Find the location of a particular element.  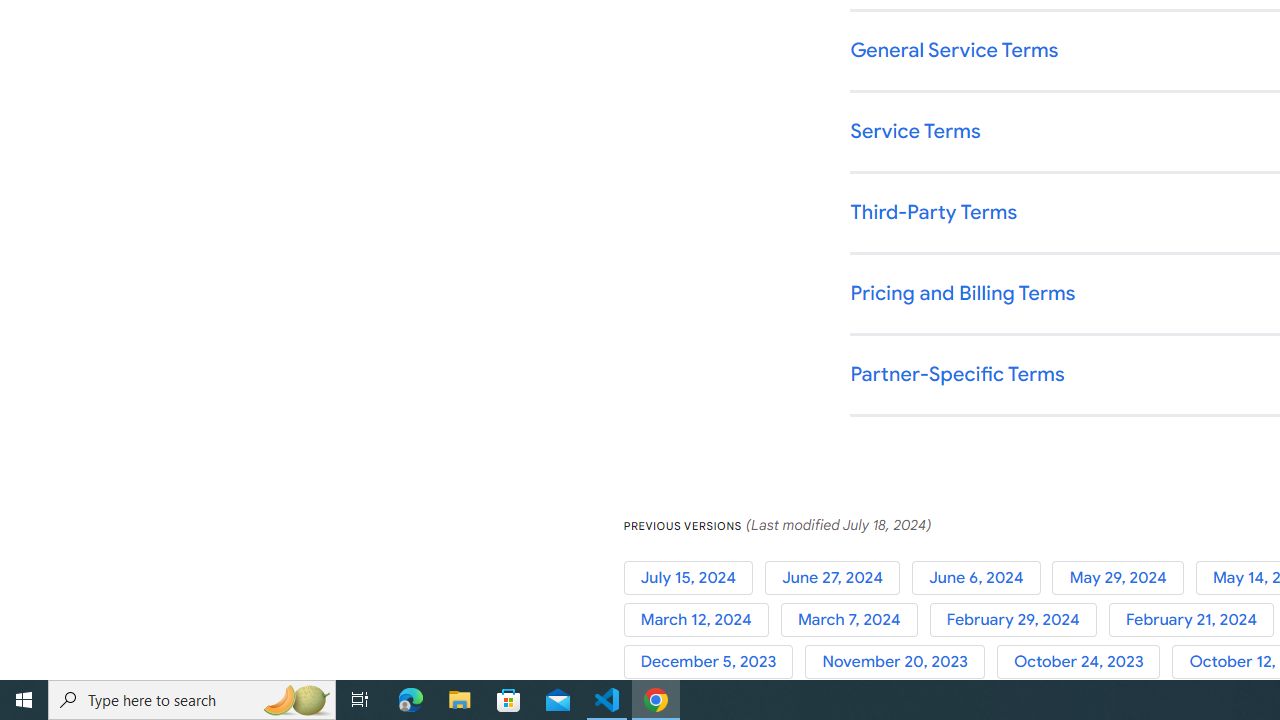

'June 27, 2024' is located at coordinates (837, 577).